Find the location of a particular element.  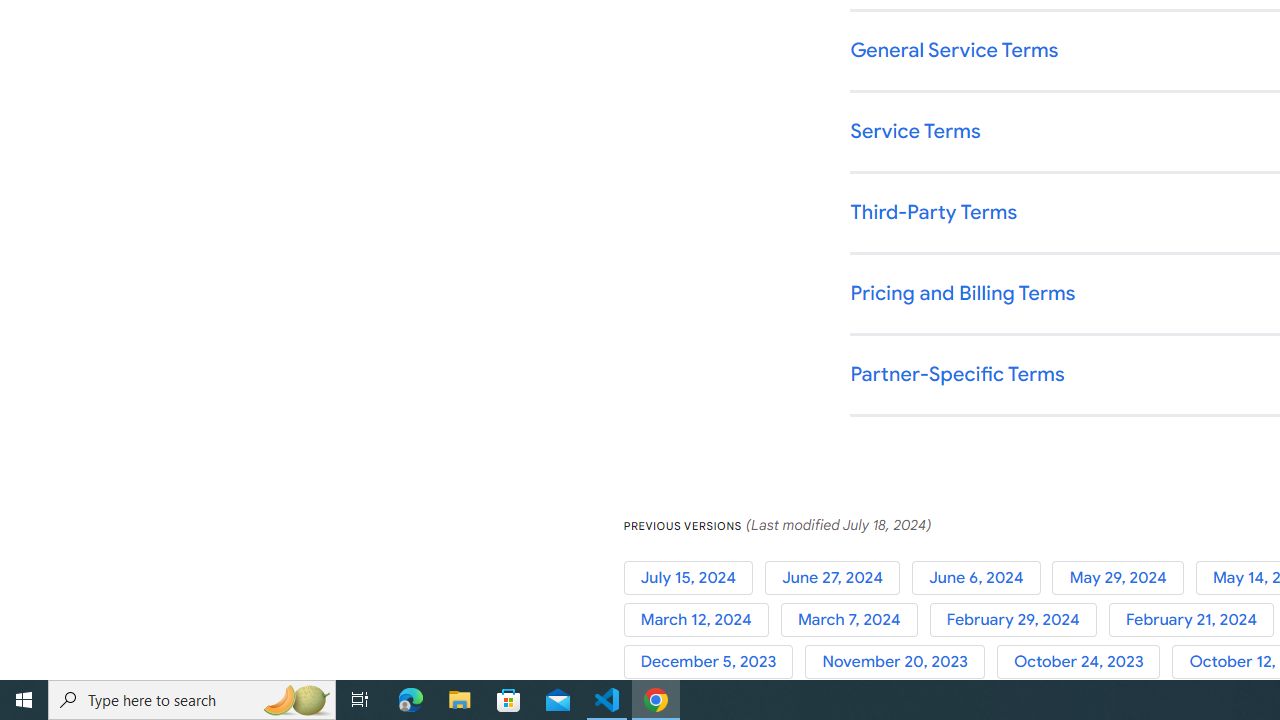

'June 27, 2024' is located at coordinates (837, 577).